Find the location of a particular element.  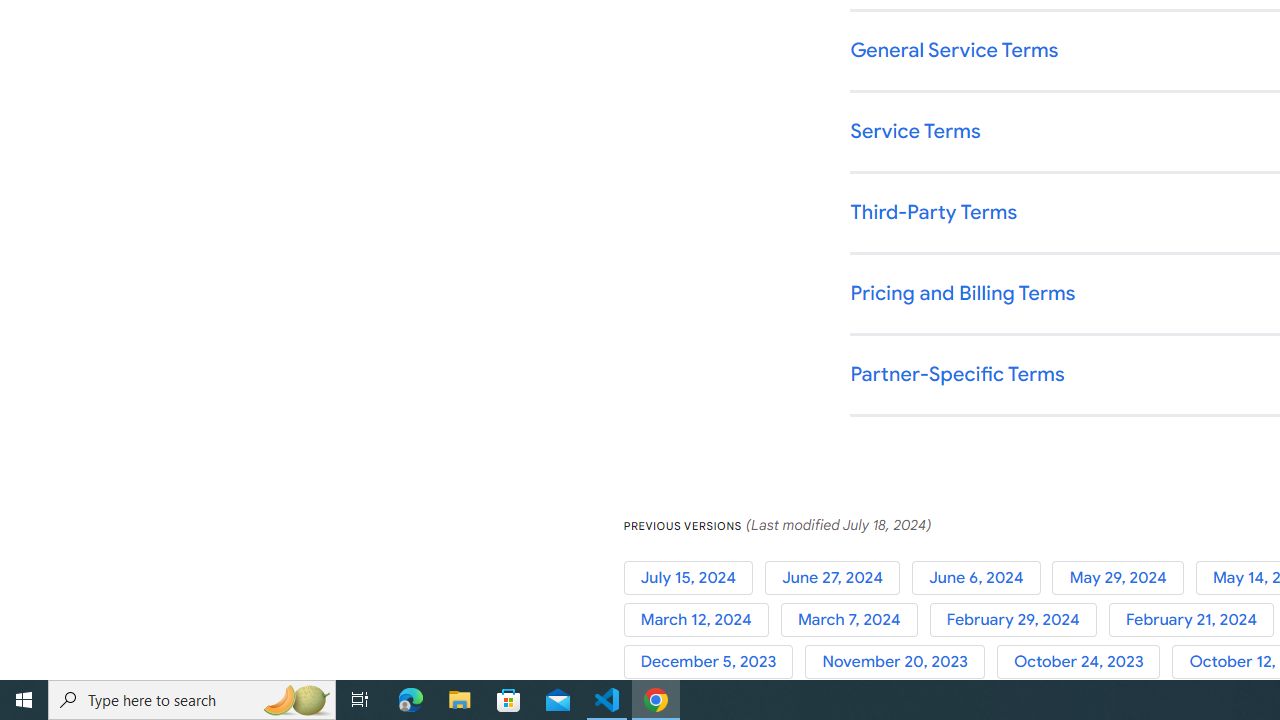

'June 27, 2024' is located at coordinates (837, 577).